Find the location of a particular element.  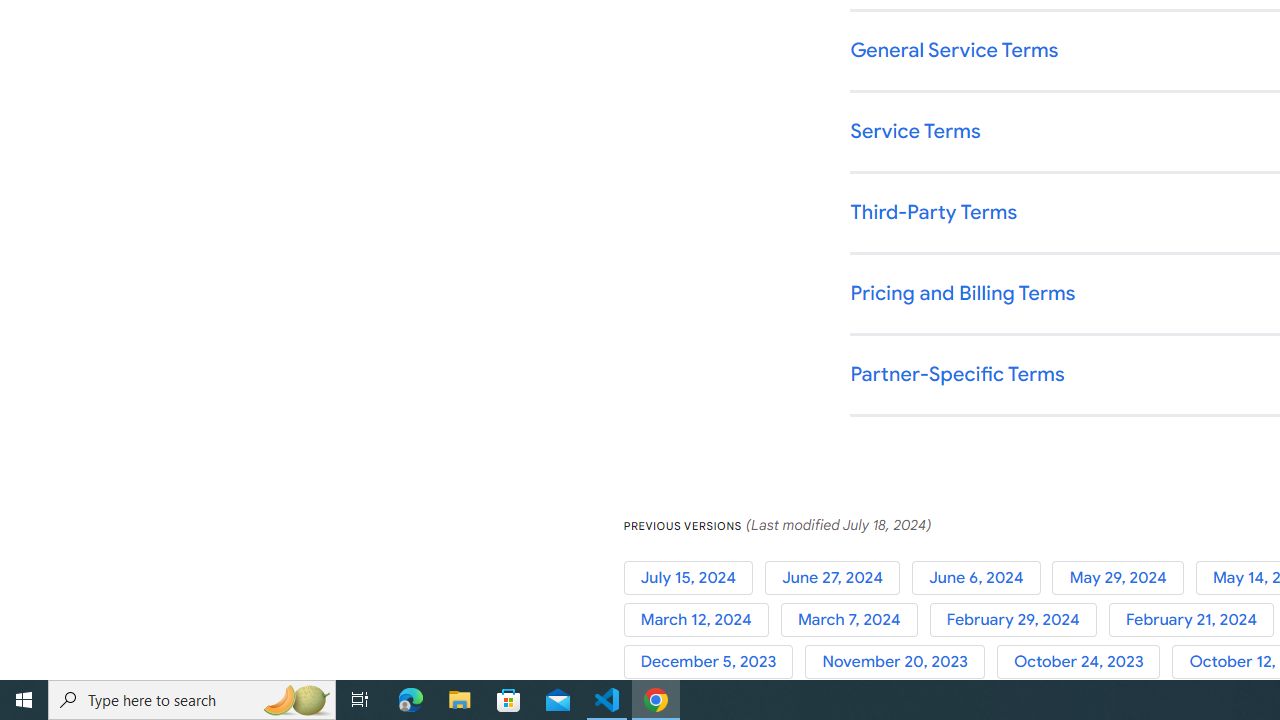

'June 27, 2024' is located at coordinates (837, 577).